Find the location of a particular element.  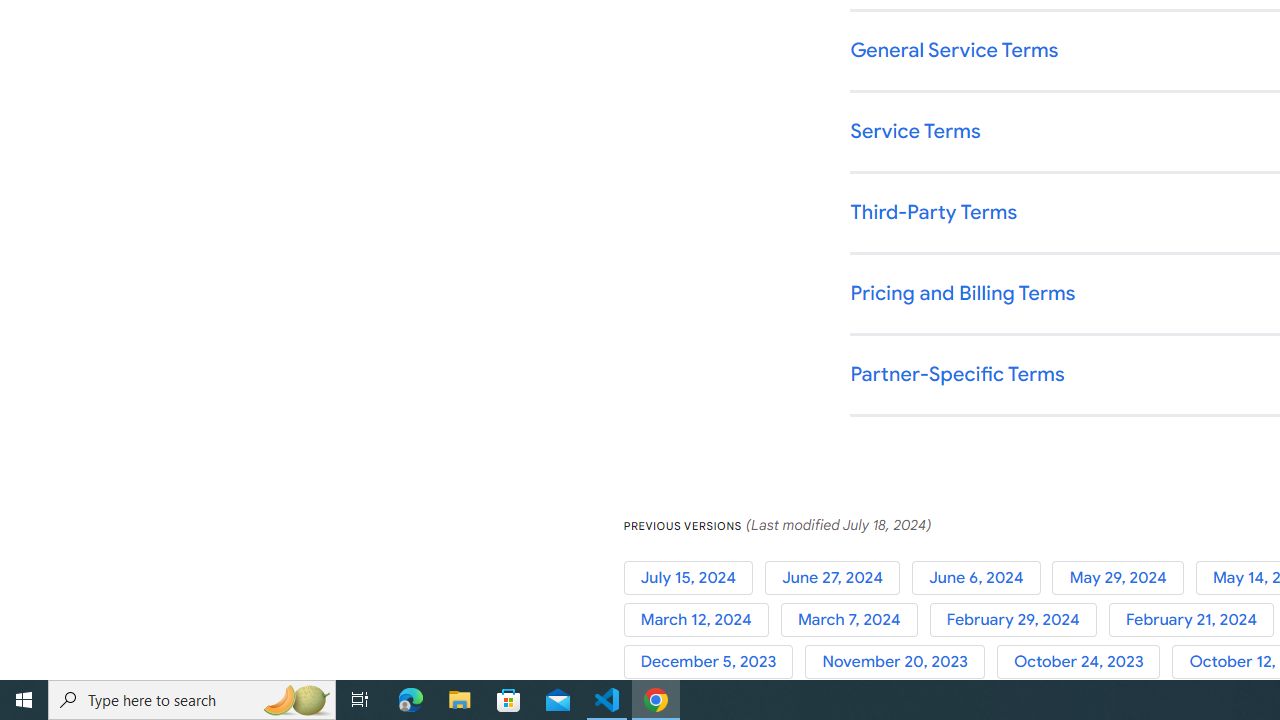

'June 27, 2024' is located at coordinates (837, 577).